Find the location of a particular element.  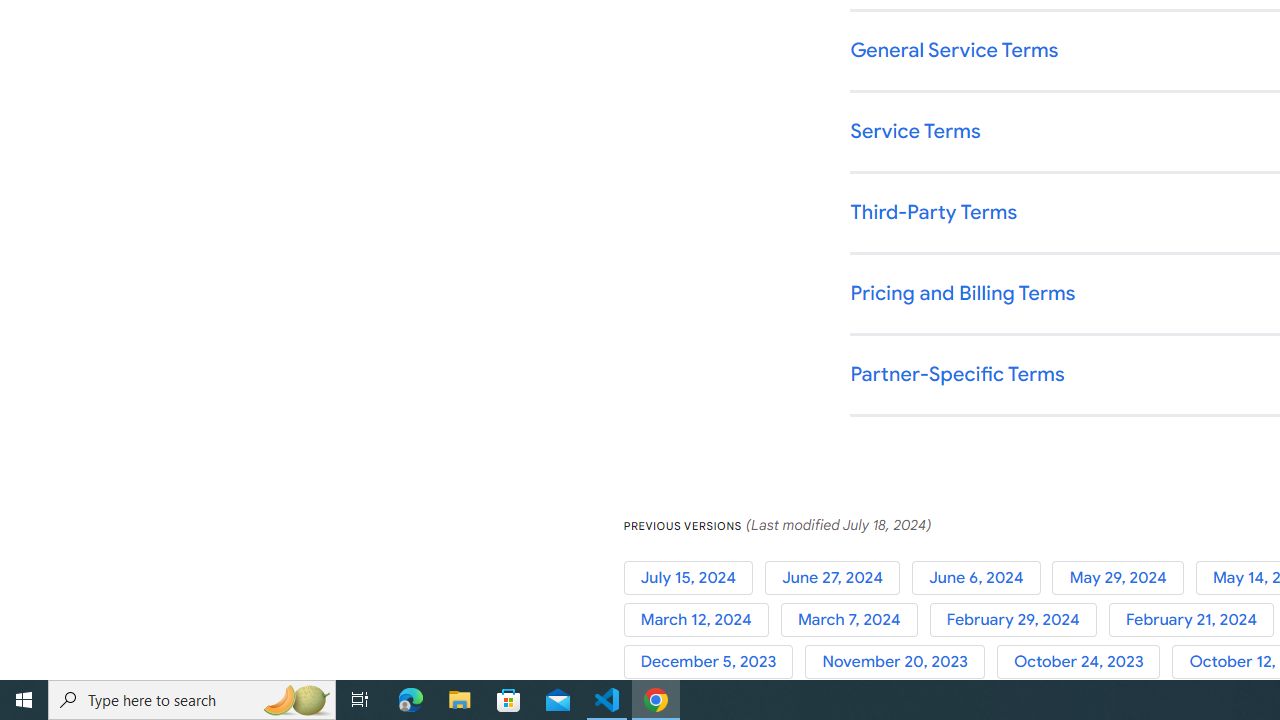

'June 27, 2024' is located at coordinates (837, 577).